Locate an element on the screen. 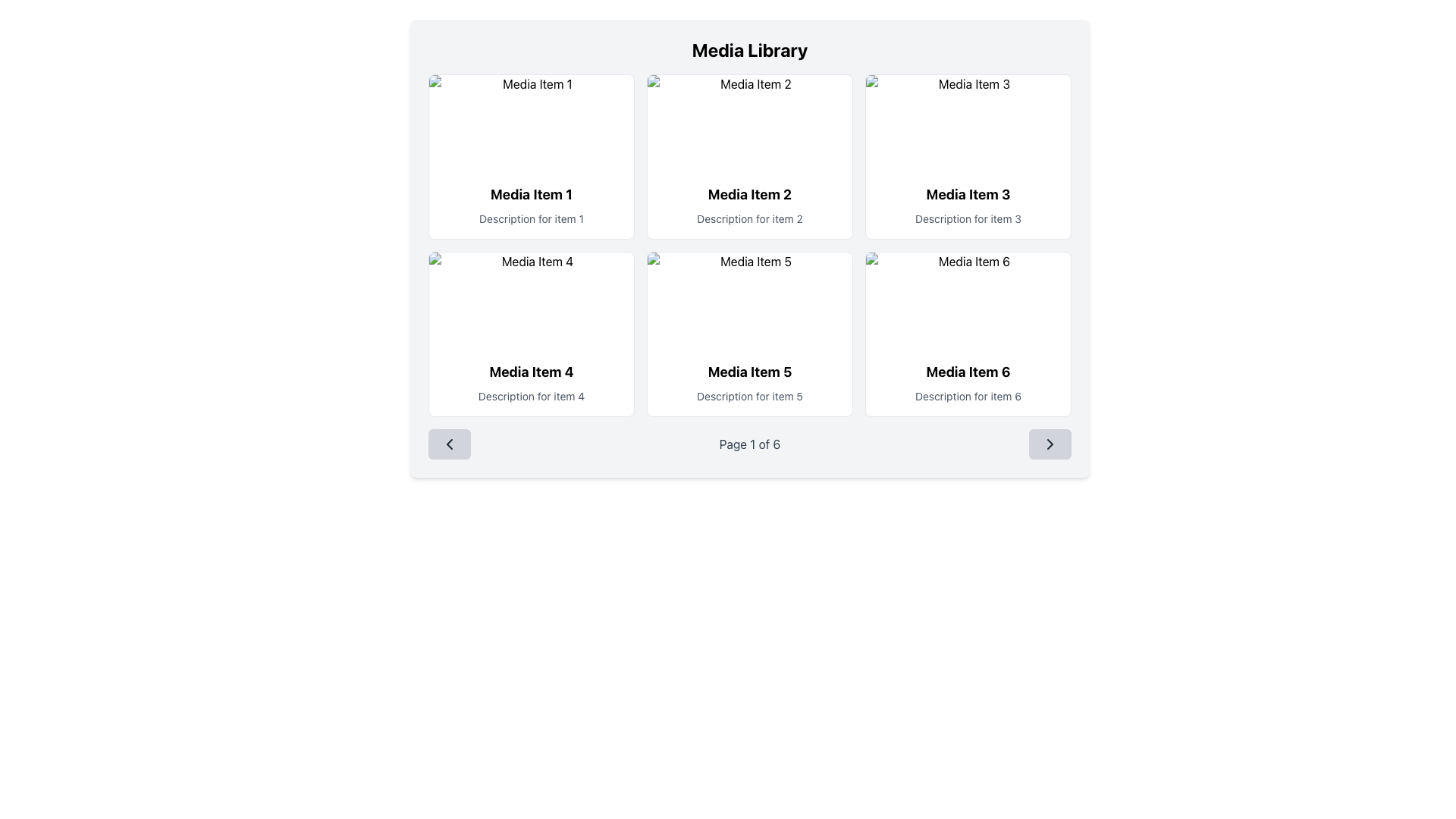 This screenshot has height=819, width=1456. the text label displaying the current page number (1) out of 6, located centrally in the footer bar between navigation controls is located at coordinates (749, 444).